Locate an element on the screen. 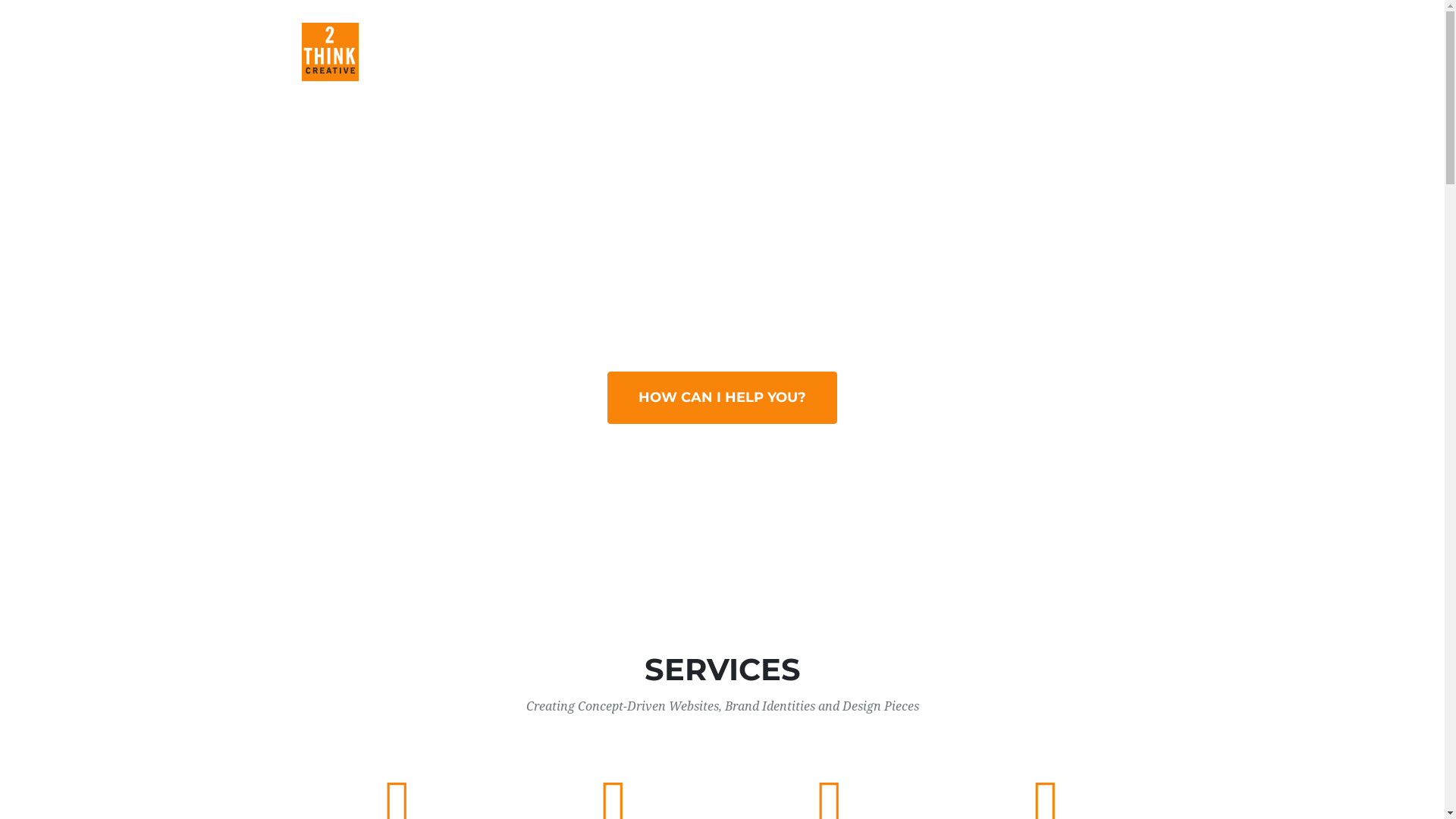  'PORTFOLIO' is located at coordinates (878, 51).